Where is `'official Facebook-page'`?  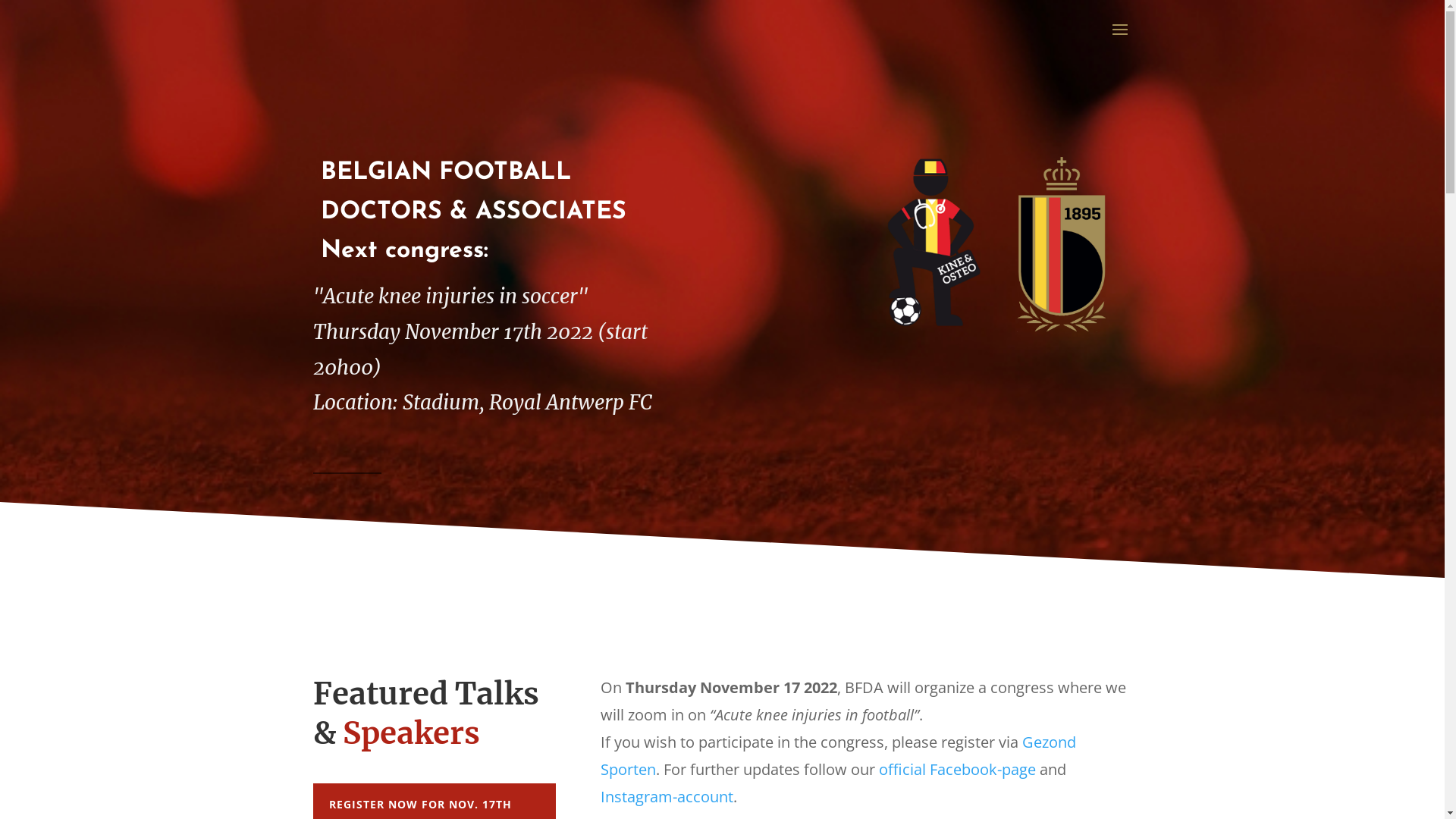 'official Facebook-page' is located at coordinates (956, 769).